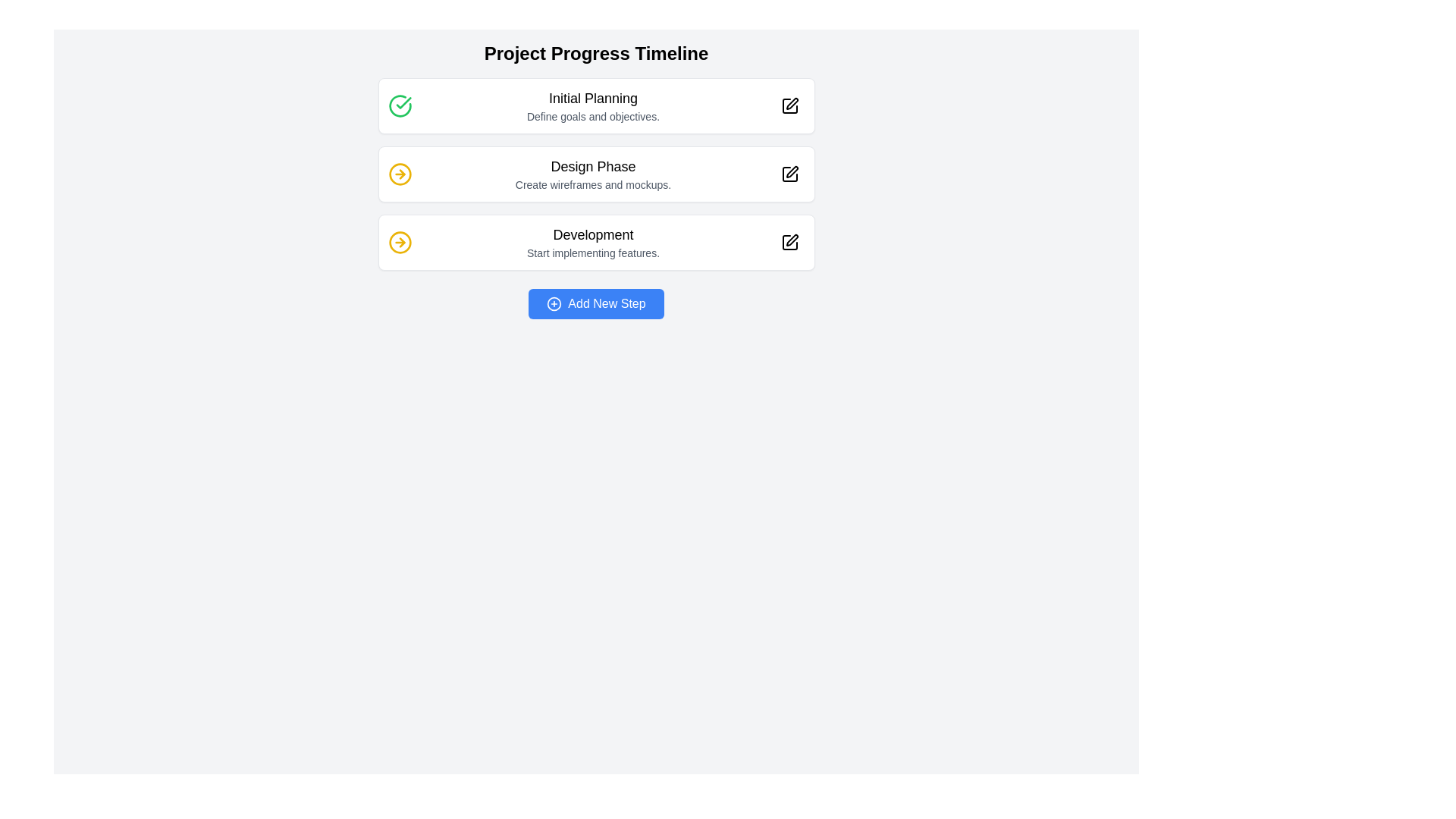  Describe the element at coordinates (592, 242) in the screenshot. I see `the informative title and description for the 'Development' phase located in the third item of the 'Project Progress Timeline' list` at that location.